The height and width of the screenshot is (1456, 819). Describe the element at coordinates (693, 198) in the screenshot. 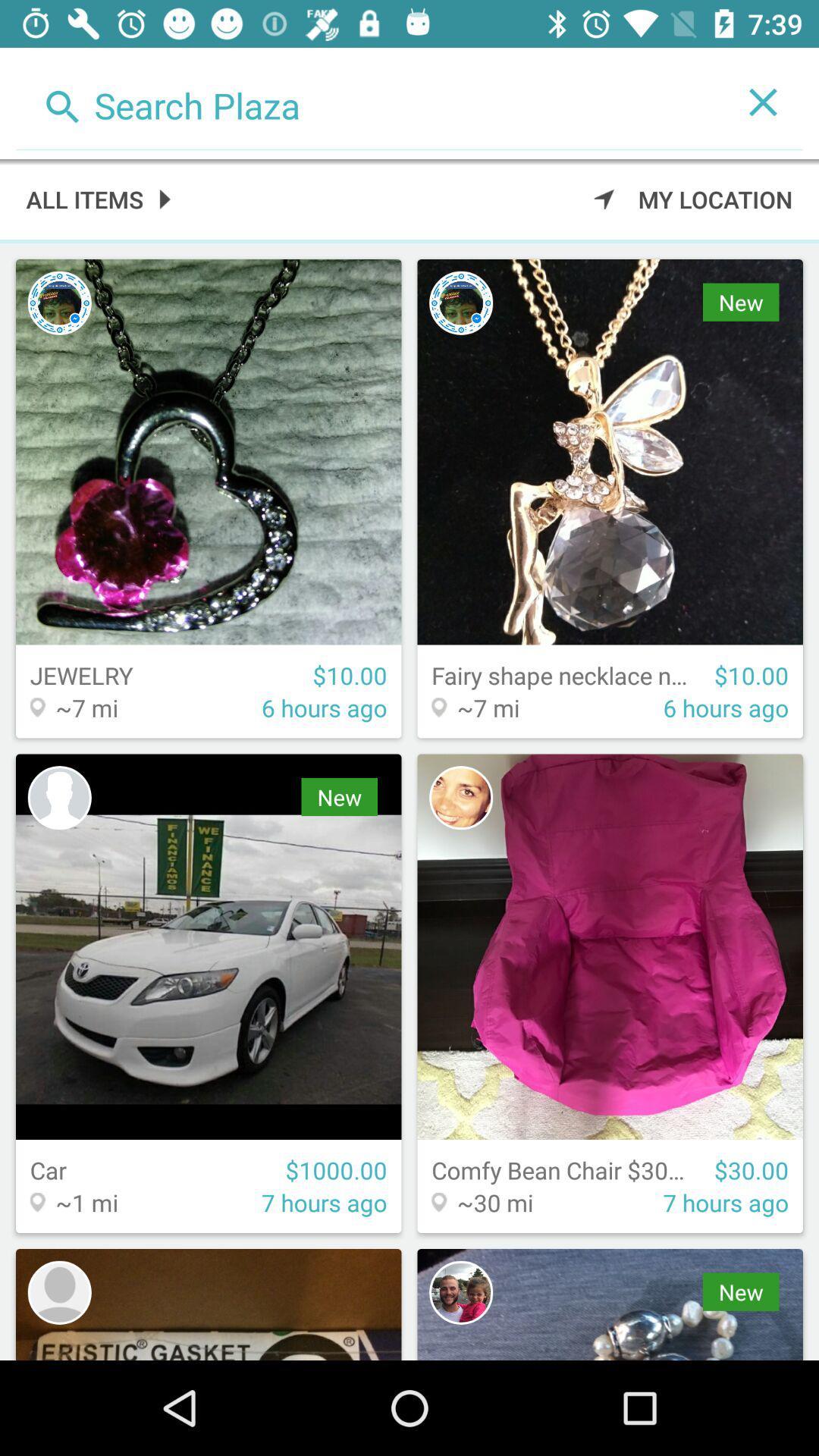

I see `the icon to the right of all items item` at that location.